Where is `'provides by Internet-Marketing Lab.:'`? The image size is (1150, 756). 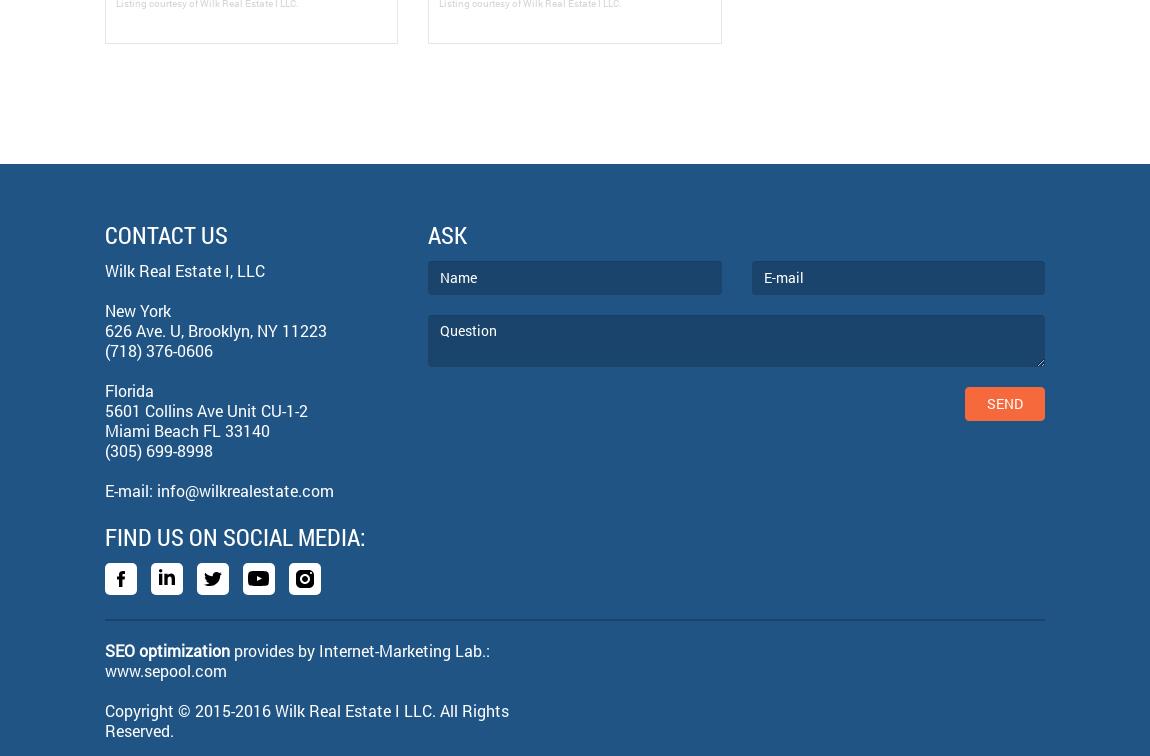
'provides by Internet-Marketing Lab.:' is located at coordinates (359, 649).